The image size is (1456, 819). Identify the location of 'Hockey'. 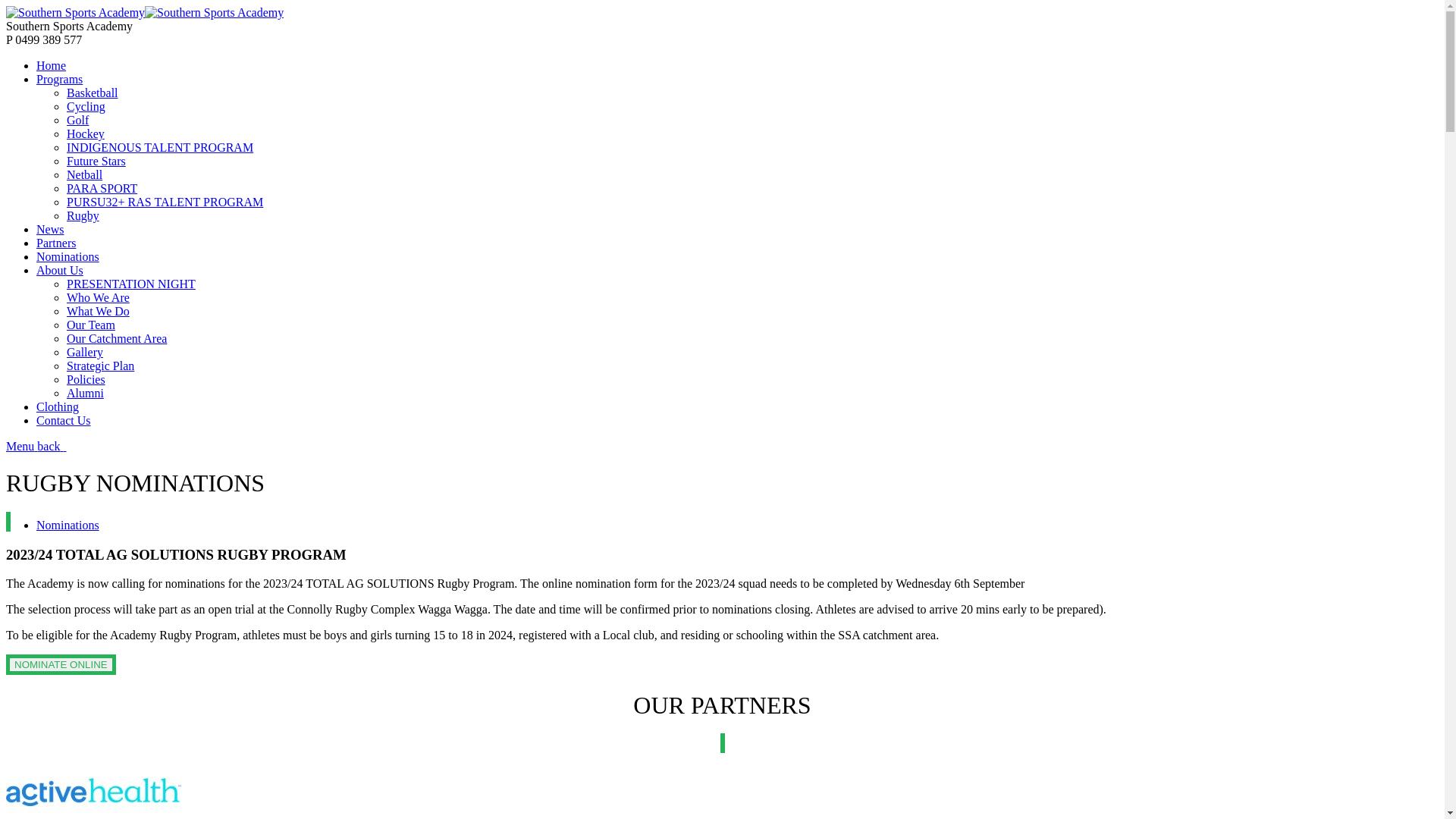
(85, 133).